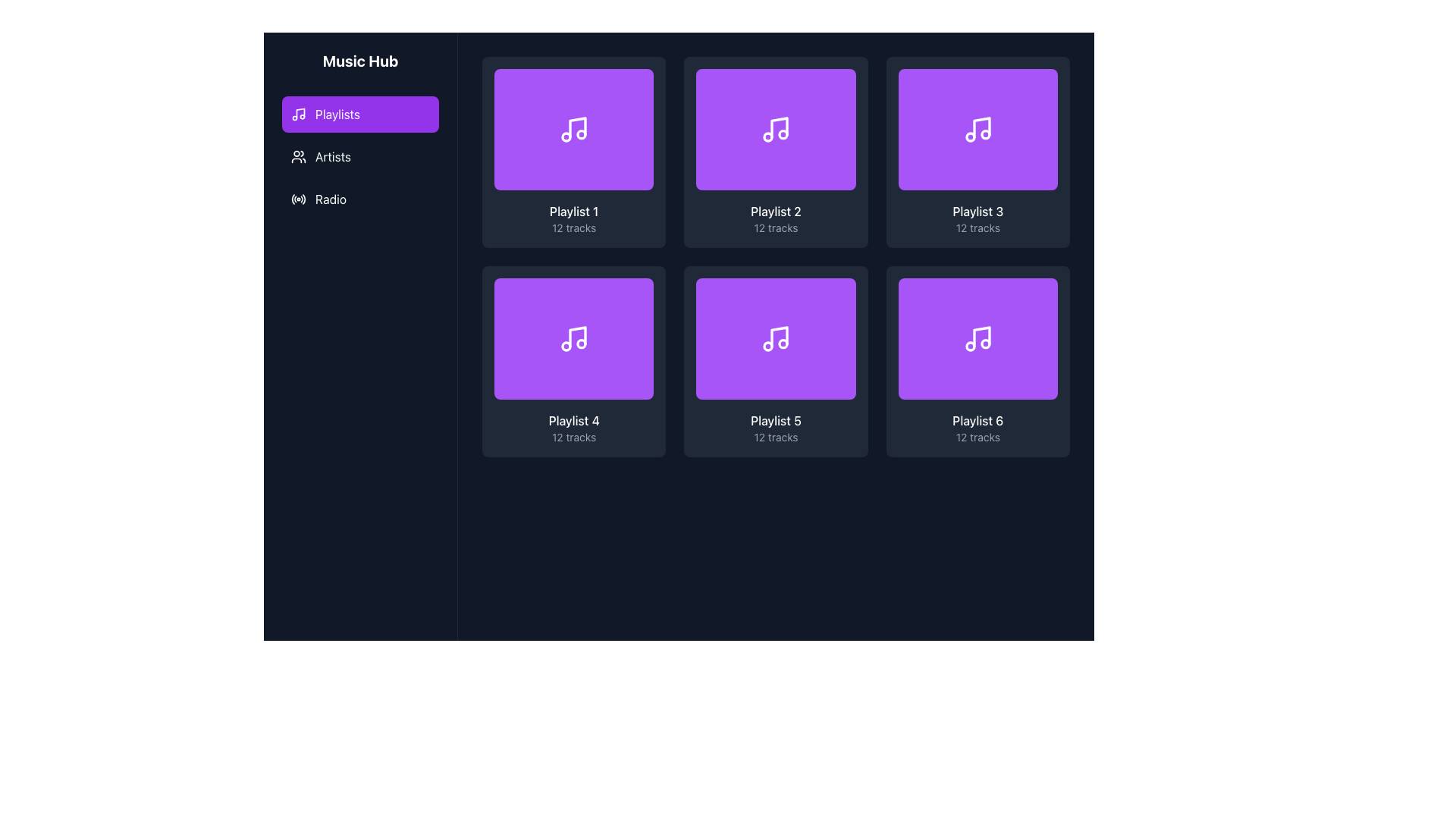 The height and width of the screenshot is (819, 1456). What do you see at coordinates (566, 346) in the screenshot?
I see `the circular graphical decoration located in the bottom-left area of the music note icon representing the 'Playlist 4' item in the grid layout` at bounding box center [566, 346].